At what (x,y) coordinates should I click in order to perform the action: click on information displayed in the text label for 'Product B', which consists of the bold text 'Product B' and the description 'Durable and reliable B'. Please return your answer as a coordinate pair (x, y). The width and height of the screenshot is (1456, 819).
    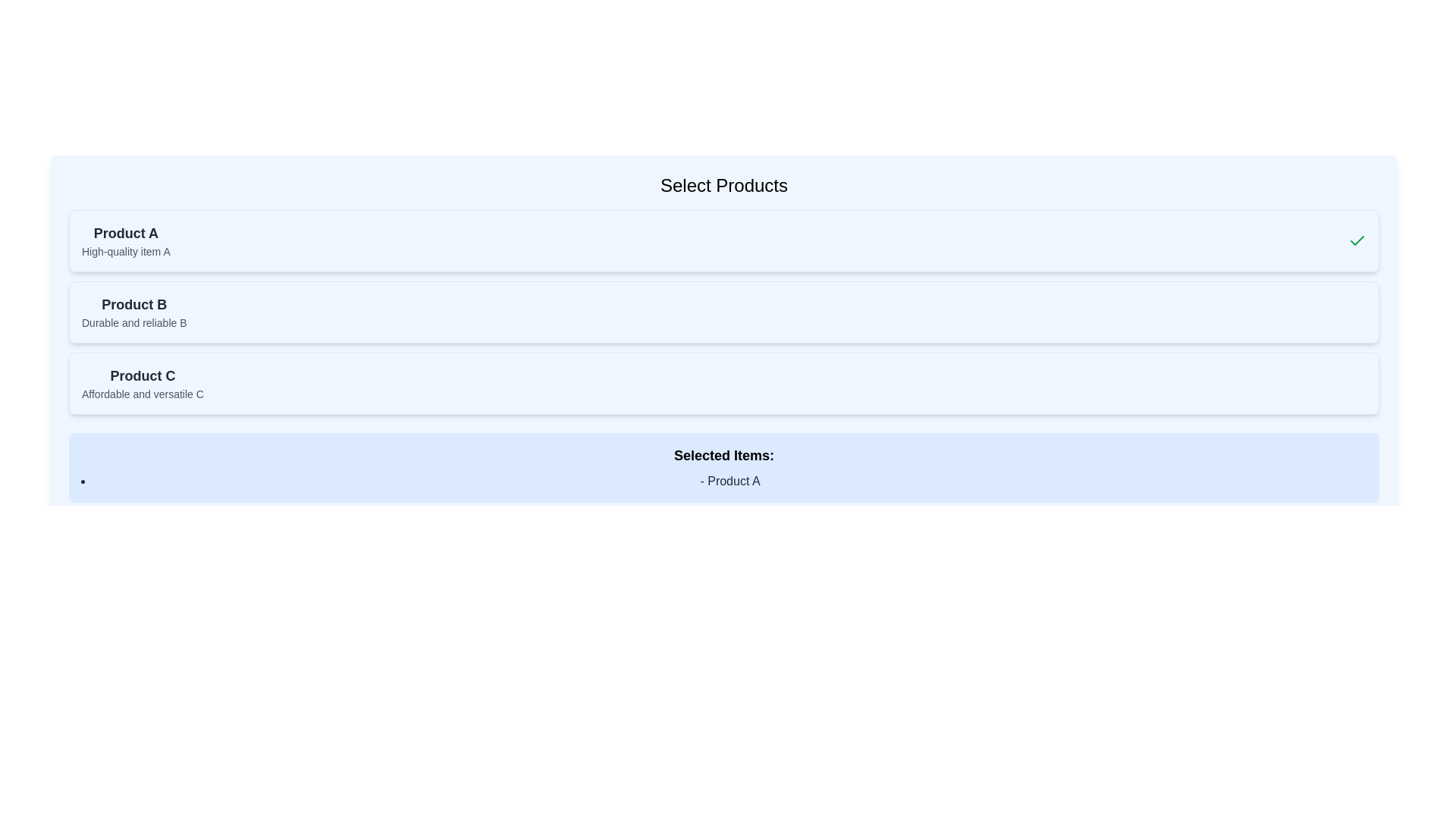
    Looking at the image, I should click on (134, 312).